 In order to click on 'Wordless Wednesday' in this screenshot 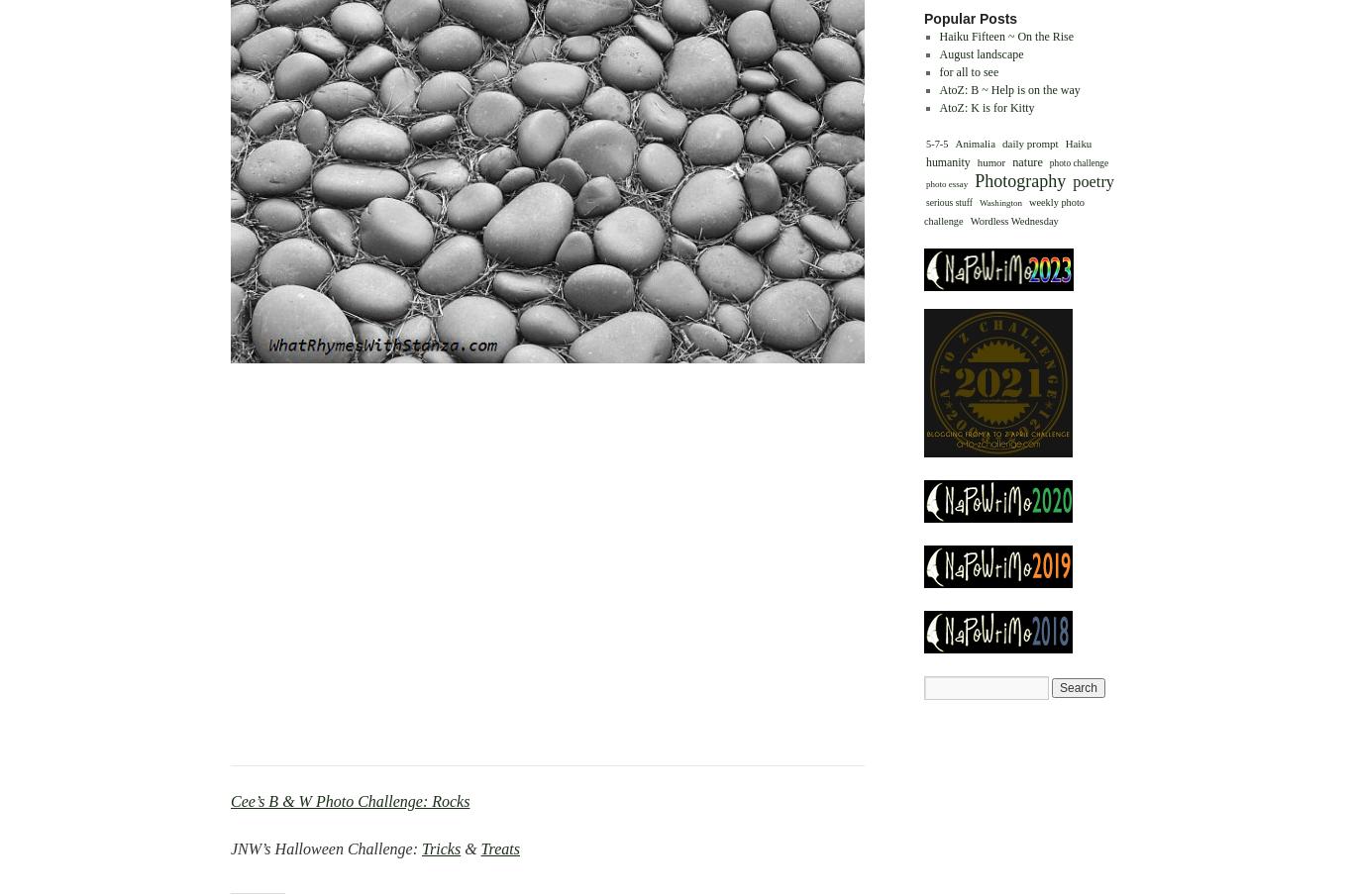, I will do `click(1013, 219)`.